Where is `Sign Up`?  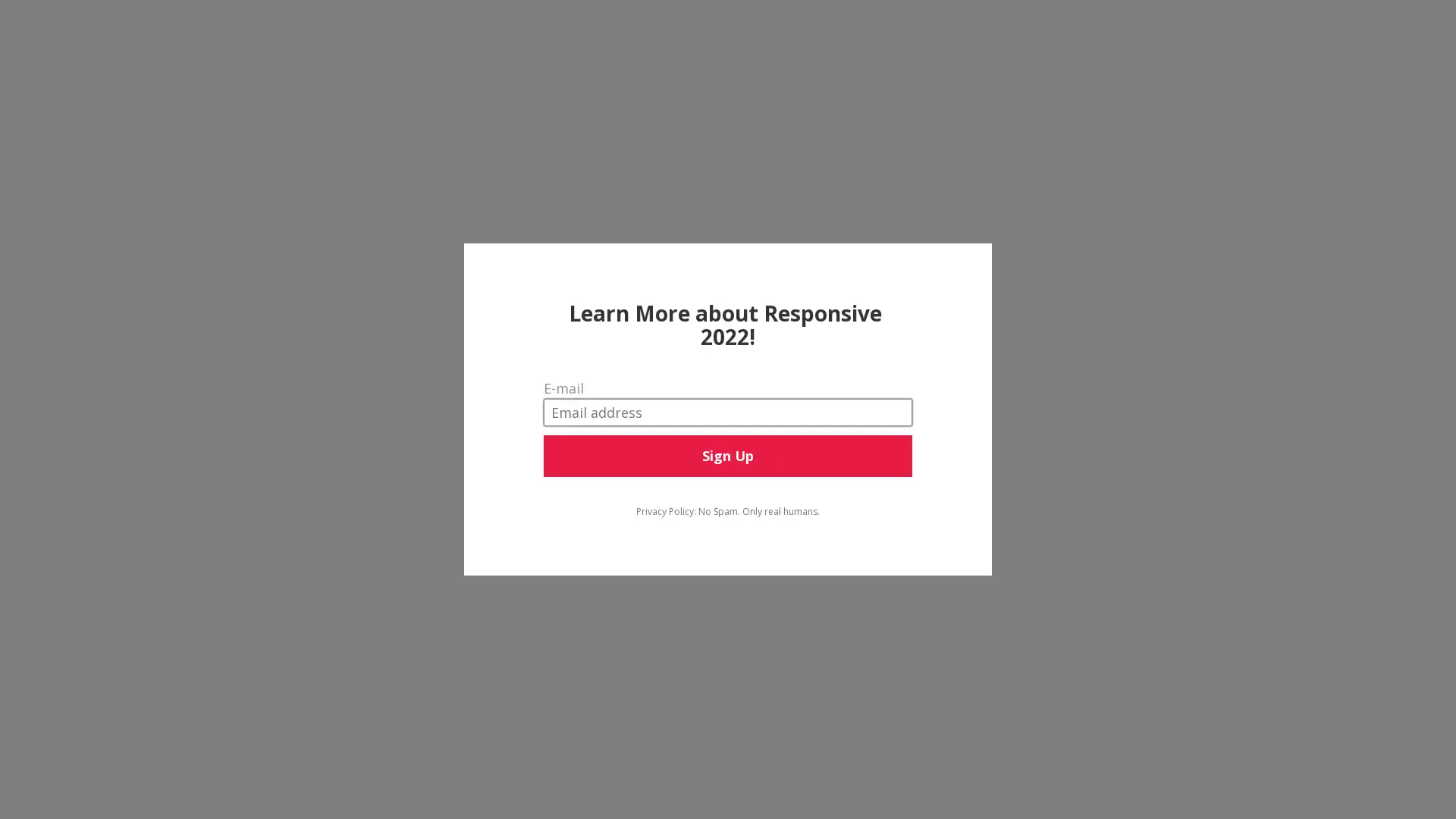 Sign Up is located at coordinates (726, 455).